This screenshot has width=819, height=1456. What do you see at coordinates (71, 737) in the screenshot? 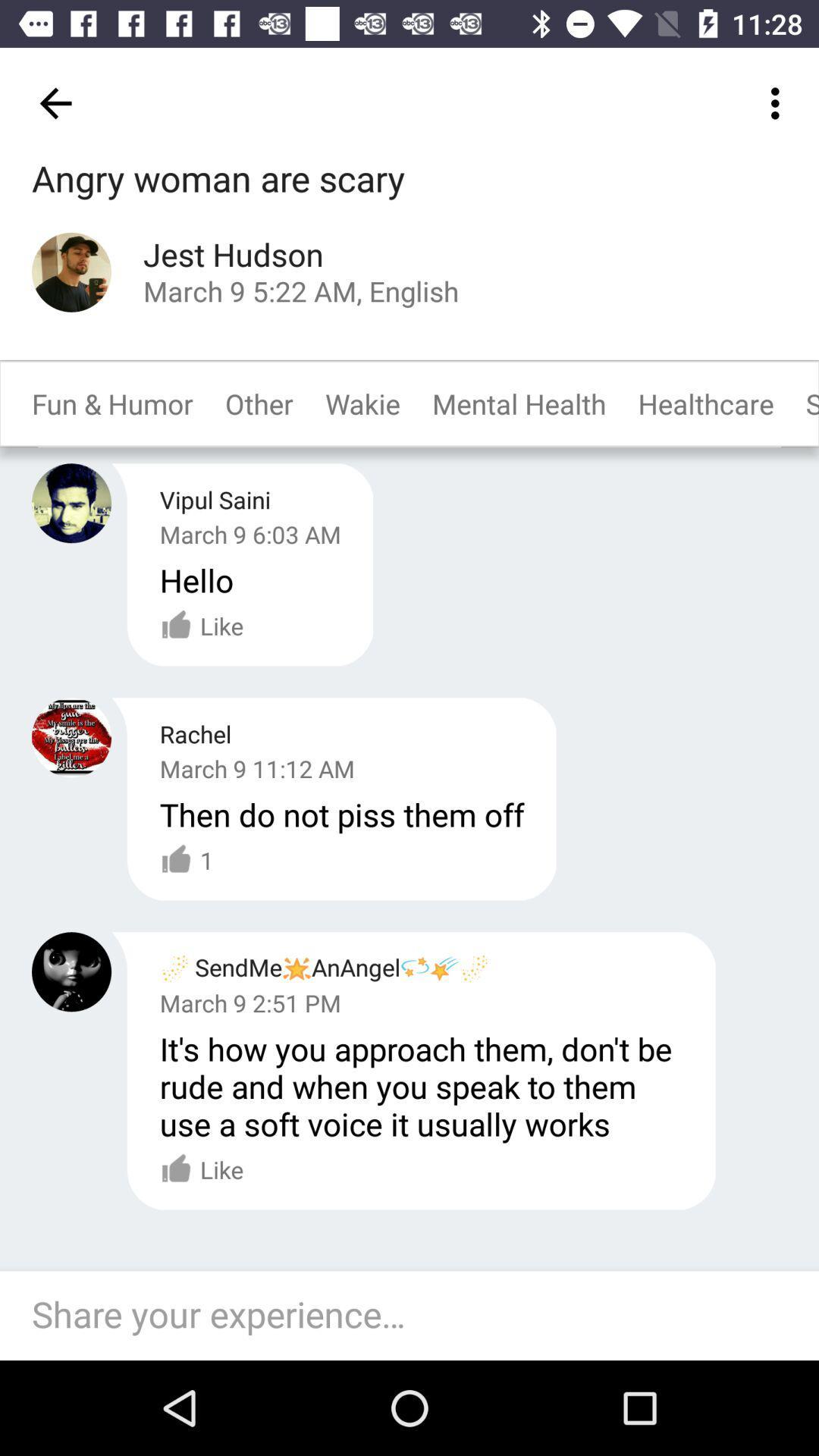
I see `user` at bounding box center [71, 737].